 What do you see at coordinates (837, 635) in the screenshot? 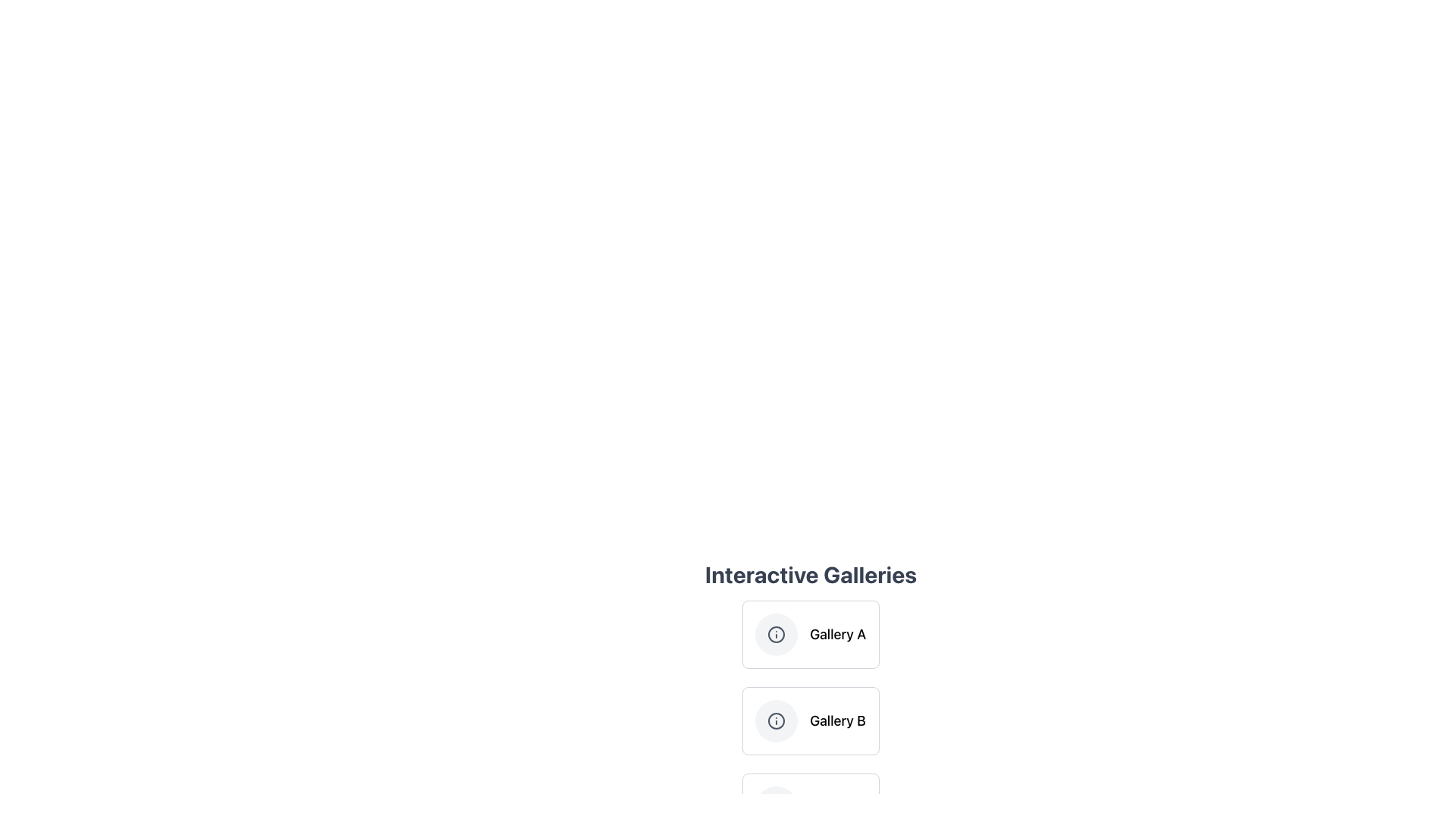
I see `the descriptive label for 'Gallery A', located to the right of the circular icon with an 'i' symbol in the 'Interactive Galleries' section` at bounding box center [837, 635].